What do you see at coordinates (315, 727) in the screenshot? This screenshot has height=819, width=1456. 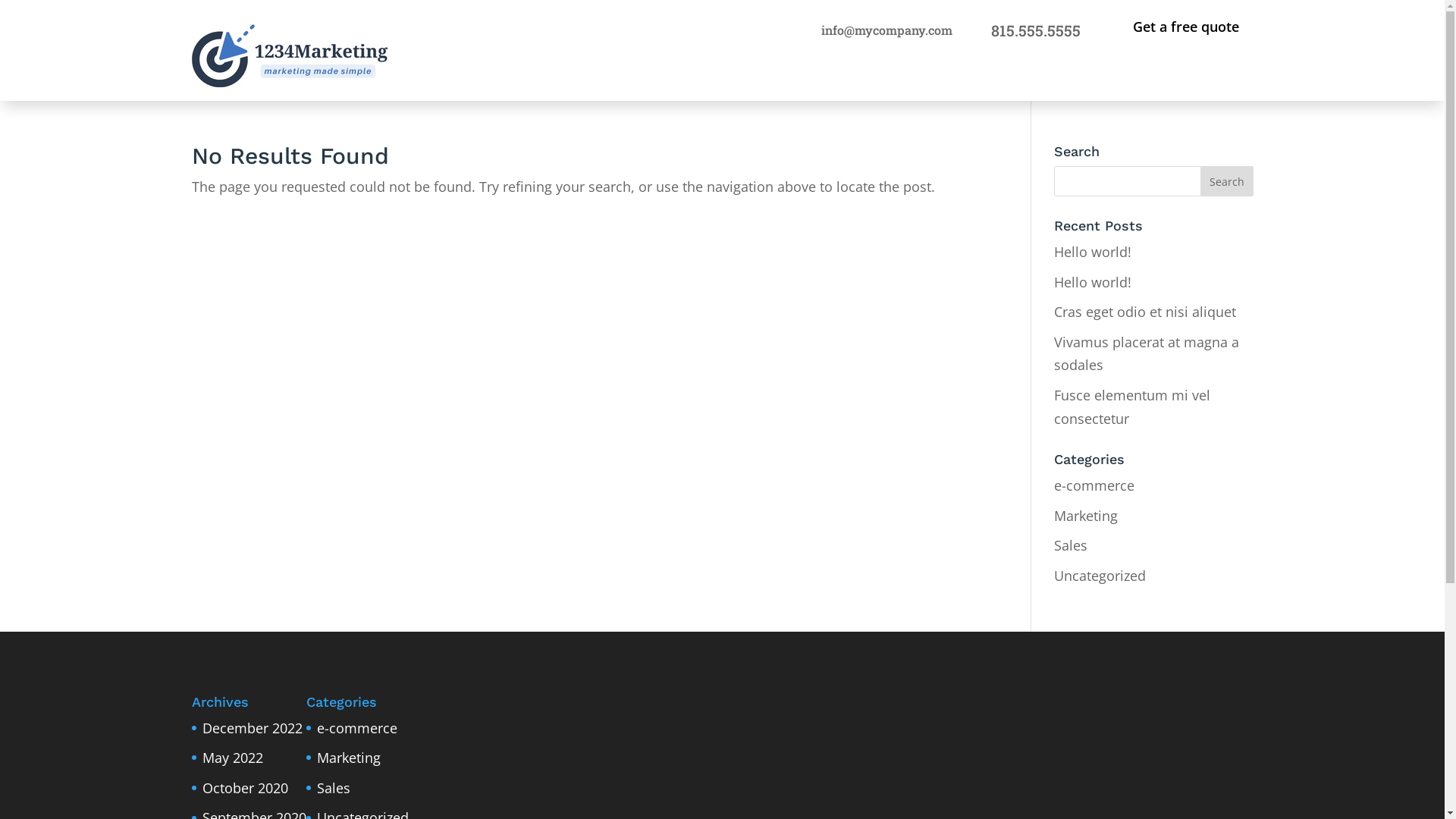 I see `'e-commerce'` at bounding box center [315, 727].